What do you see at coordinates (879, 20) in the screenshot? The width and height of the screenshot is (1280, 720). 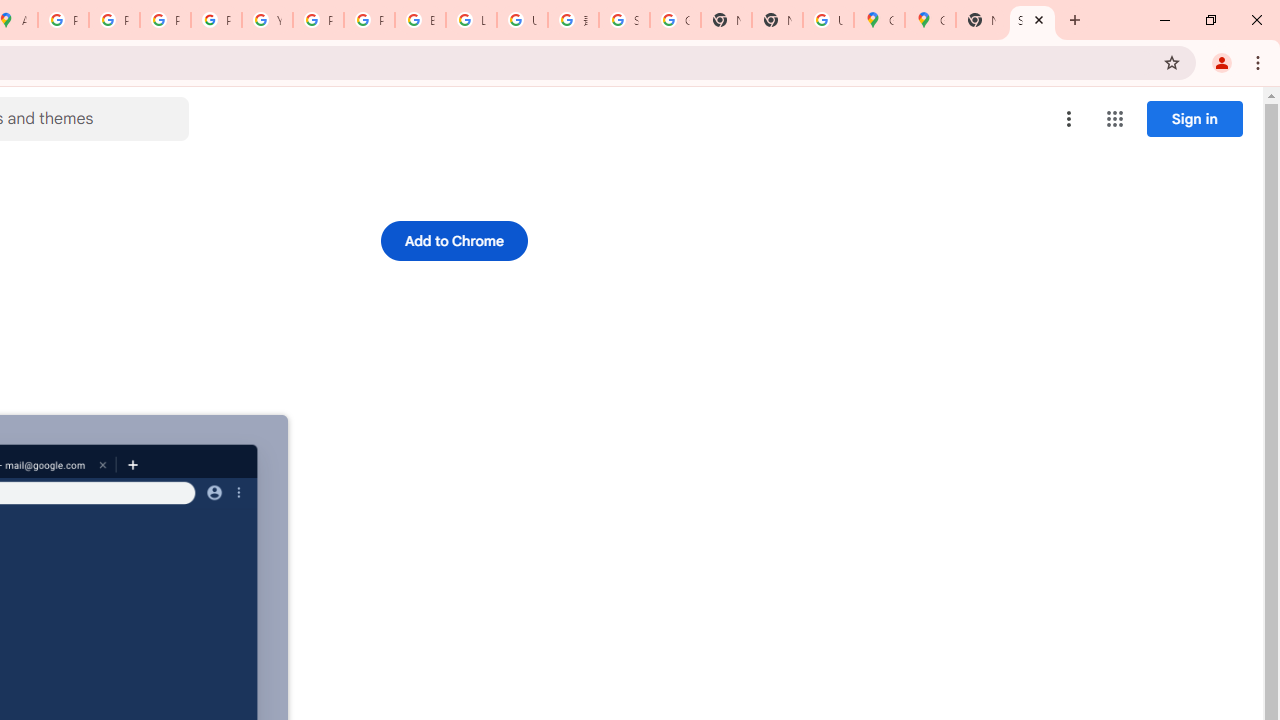 I see `'Google Maps'` at bounding box center [879, 20].